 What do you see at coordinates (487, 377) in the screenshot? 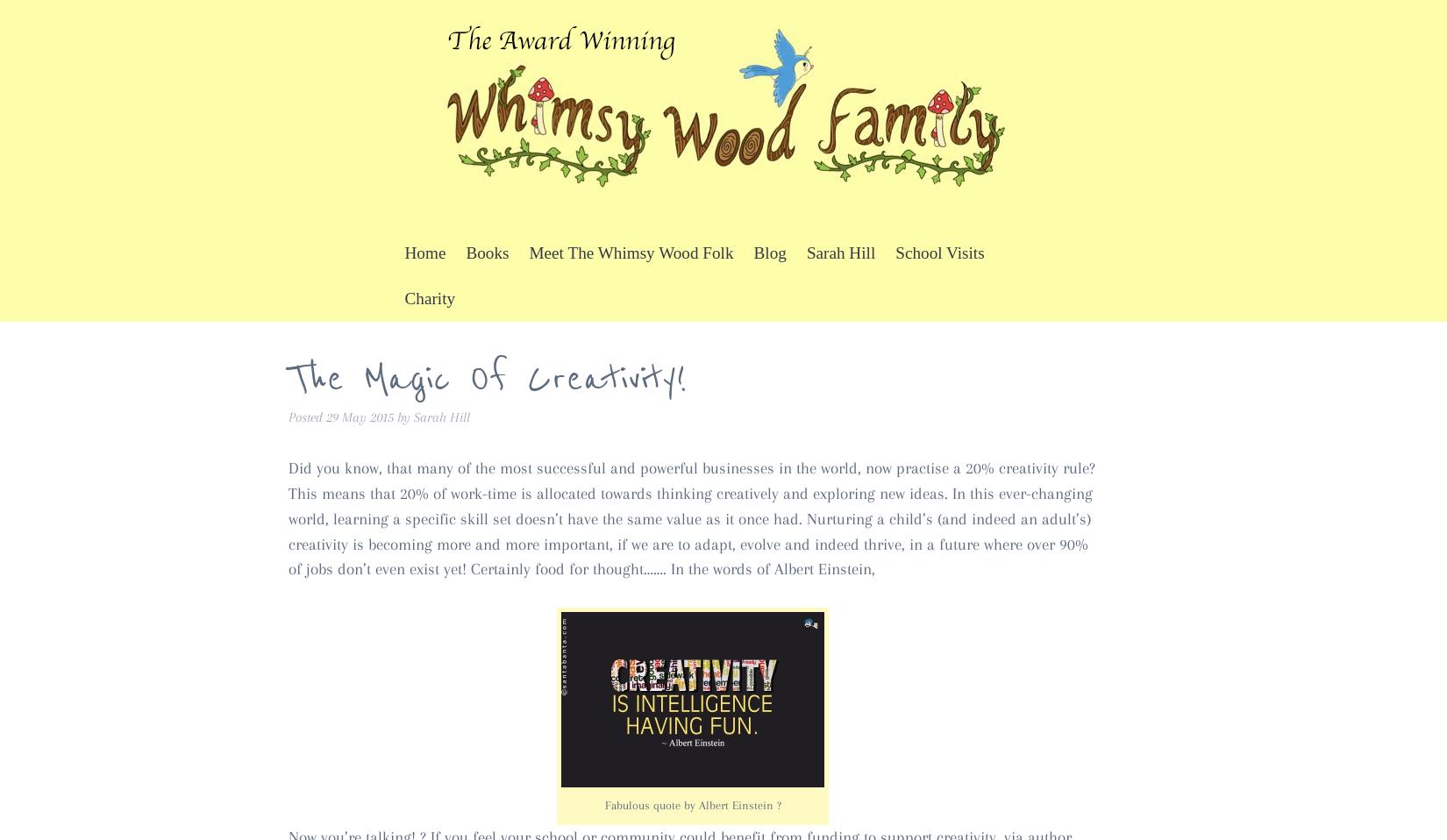
I see `'The Magic Of Creativity!'` at bounding box center [487, 377].